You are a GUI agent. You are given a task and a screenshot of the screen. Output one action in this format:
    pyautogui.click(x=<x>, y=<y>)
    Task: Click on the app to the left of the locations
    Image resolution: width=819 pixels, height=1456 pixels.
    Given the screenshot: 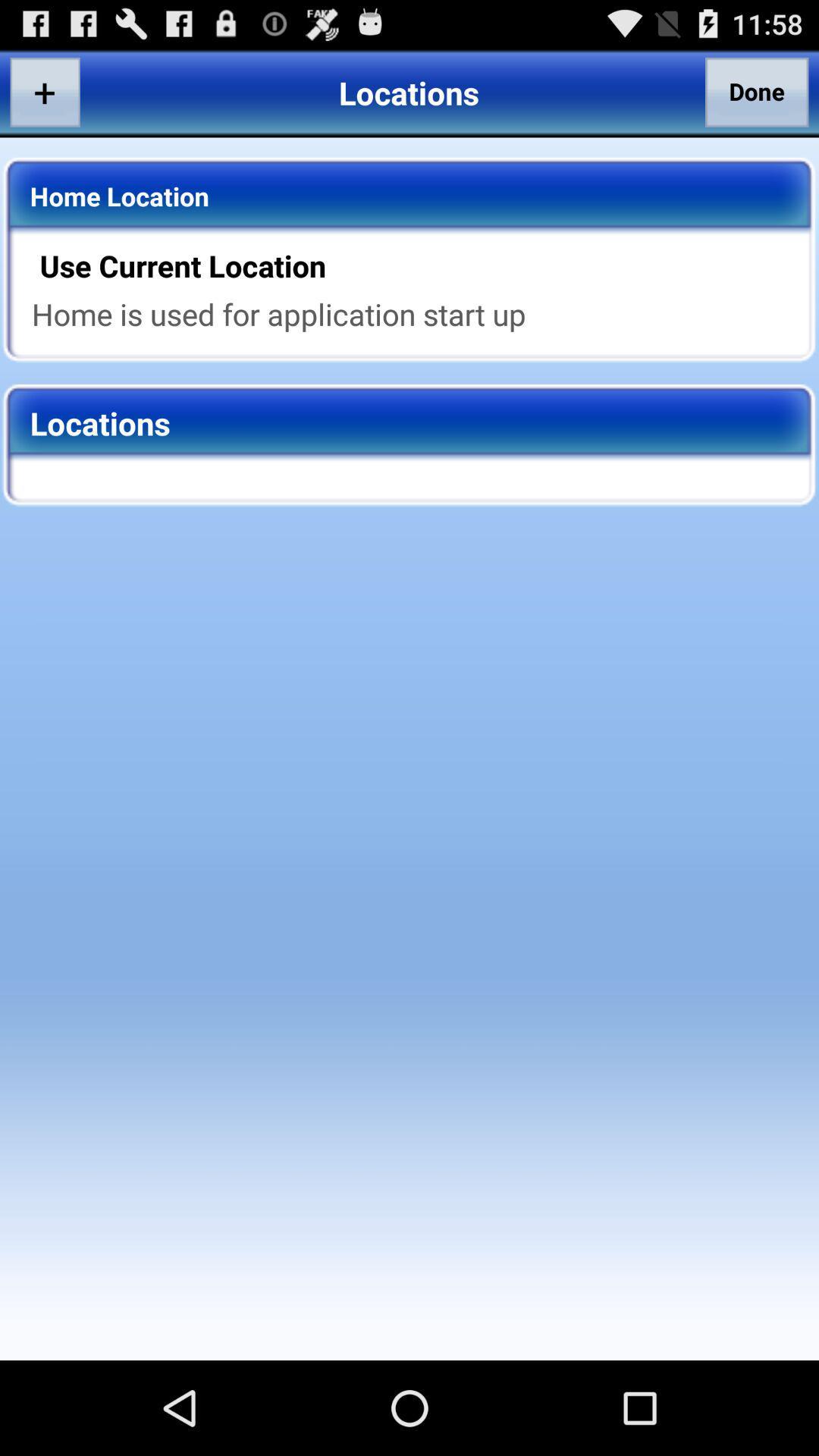 What is the action you would take?
    pyautogui.click(x=44, y=91)
    